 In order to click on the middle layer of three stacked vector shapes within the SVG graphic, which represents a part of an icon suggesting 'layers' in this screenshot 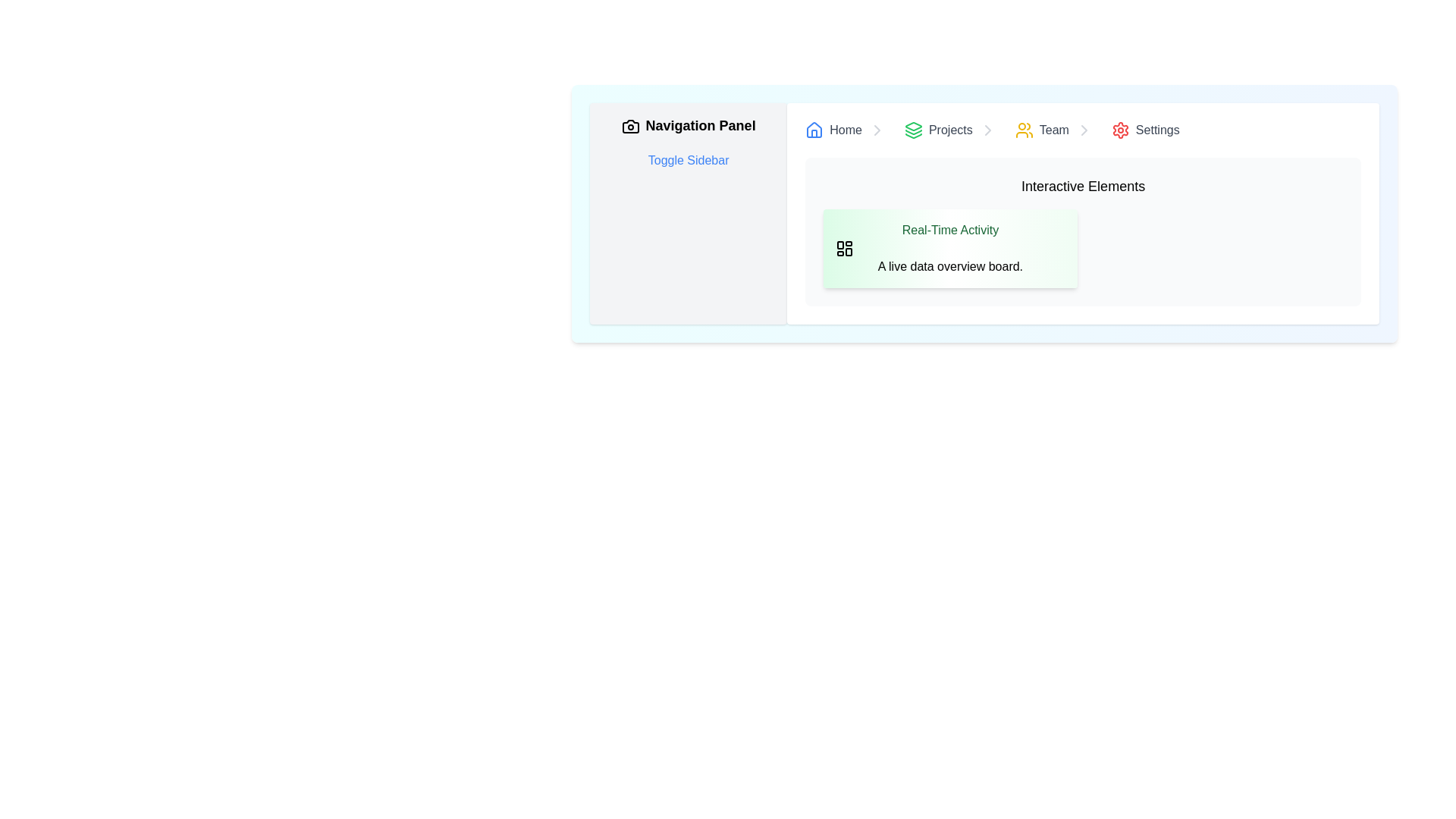, I will do `click(912, 131)`.